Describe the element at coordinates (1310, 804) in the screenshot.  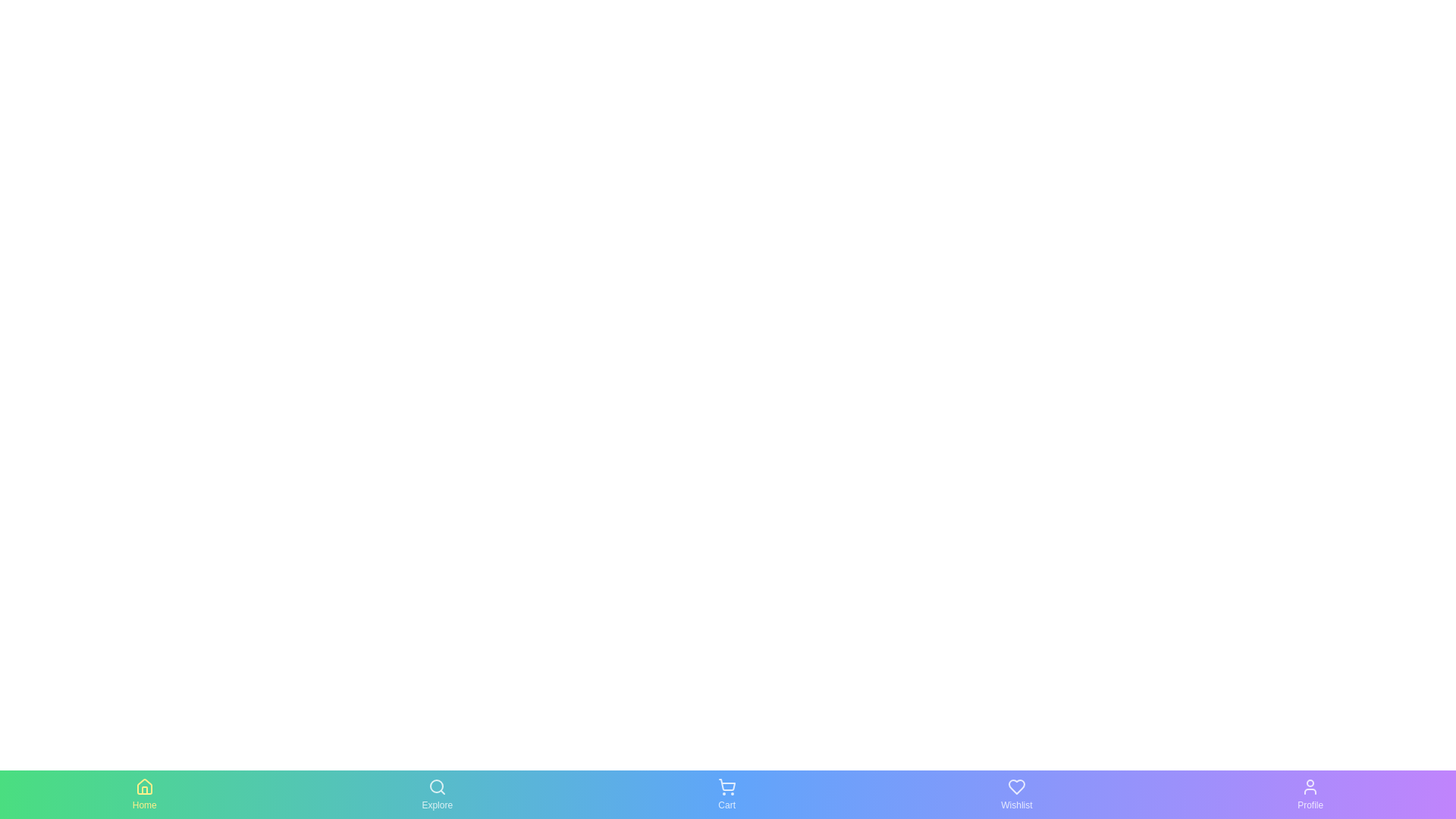
I see `the Profile text label to activate the corresponding tab` at that location.